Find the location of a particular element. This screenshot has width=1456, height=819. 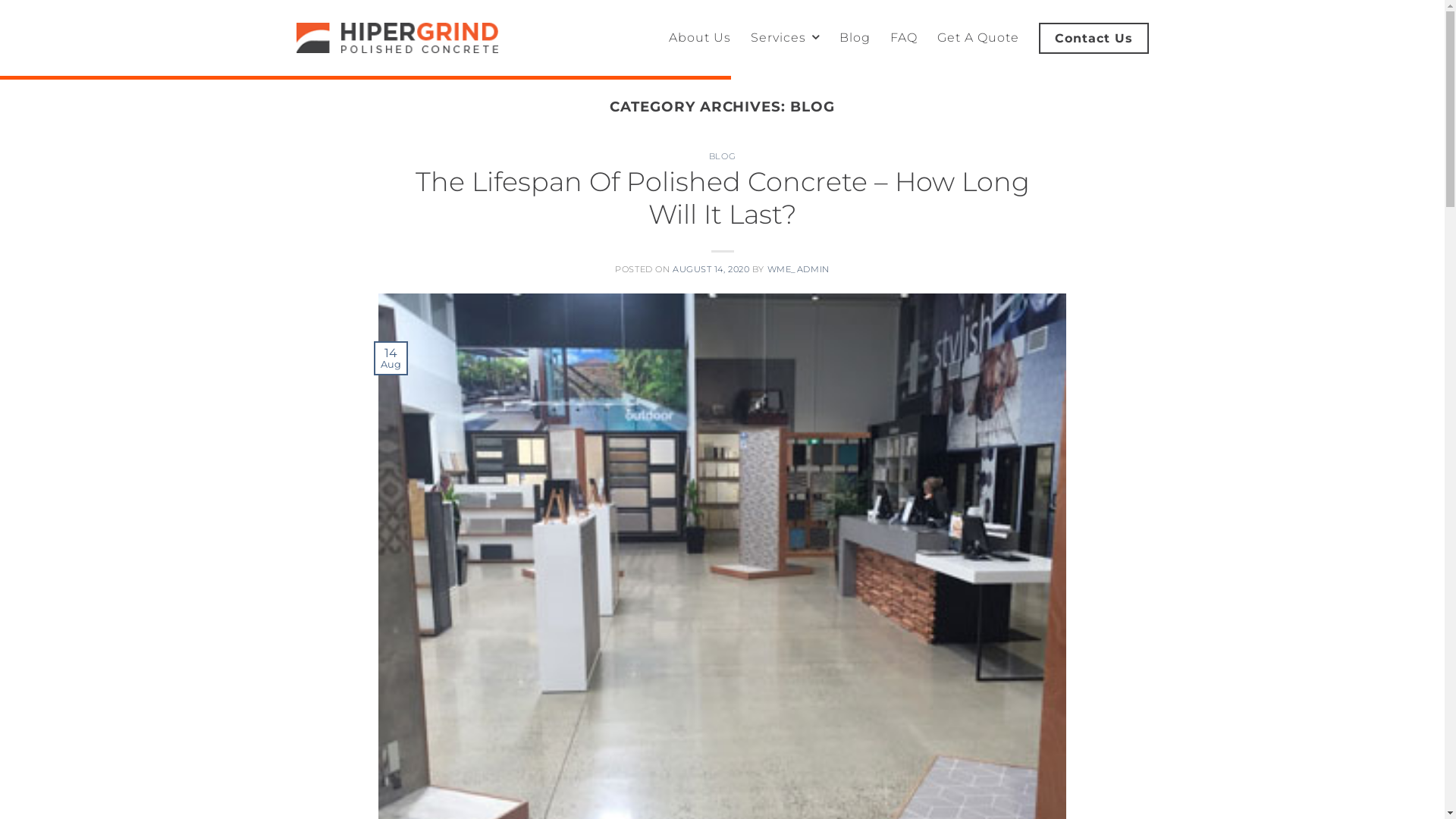

'FAQ' is located at coordinates (890, 37).